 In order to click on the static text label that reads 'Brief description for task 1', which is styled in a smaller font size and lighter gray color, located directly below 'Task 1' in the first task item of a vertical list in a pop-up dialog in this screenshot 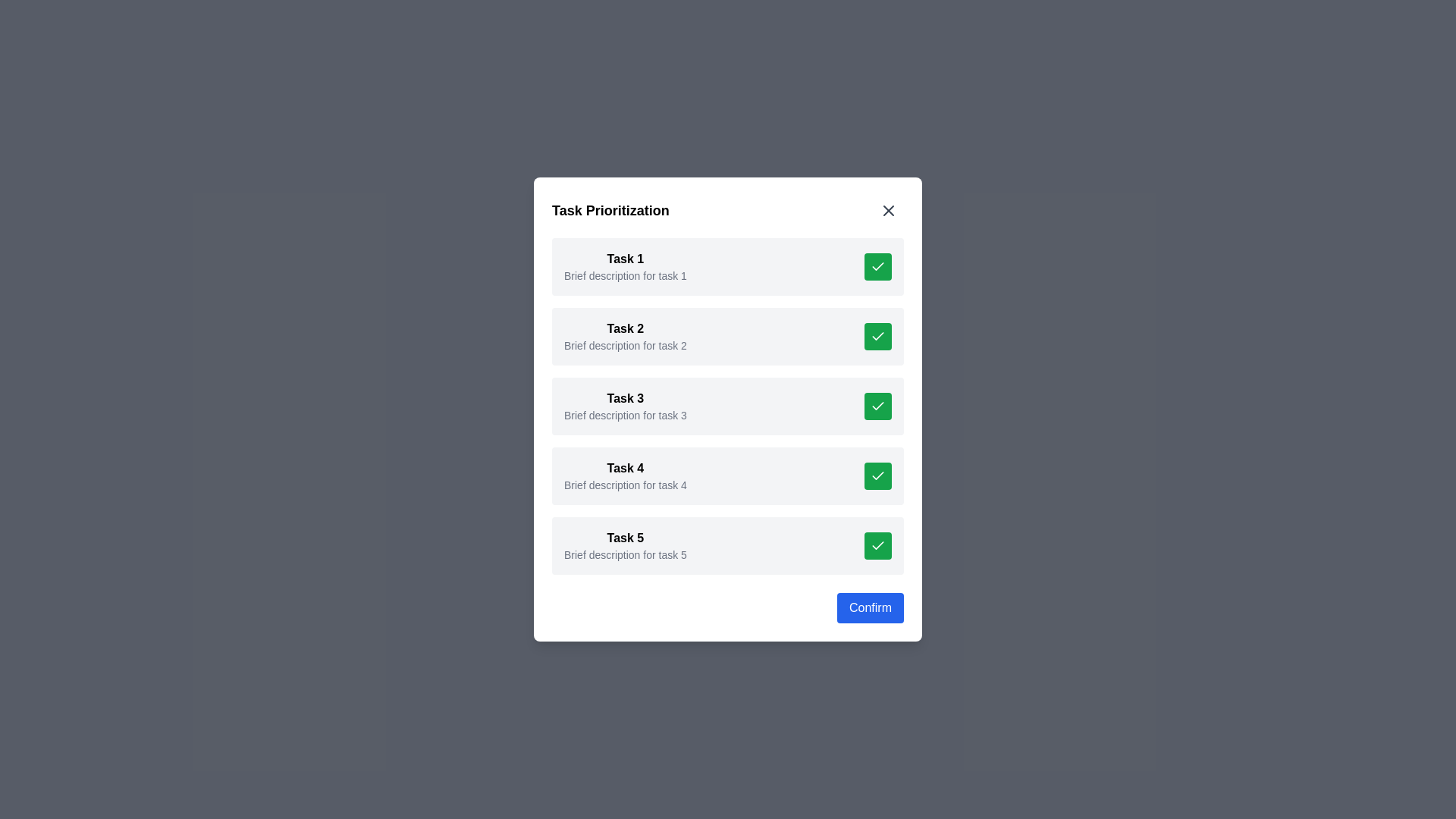, I will do `click(626, 275)`.